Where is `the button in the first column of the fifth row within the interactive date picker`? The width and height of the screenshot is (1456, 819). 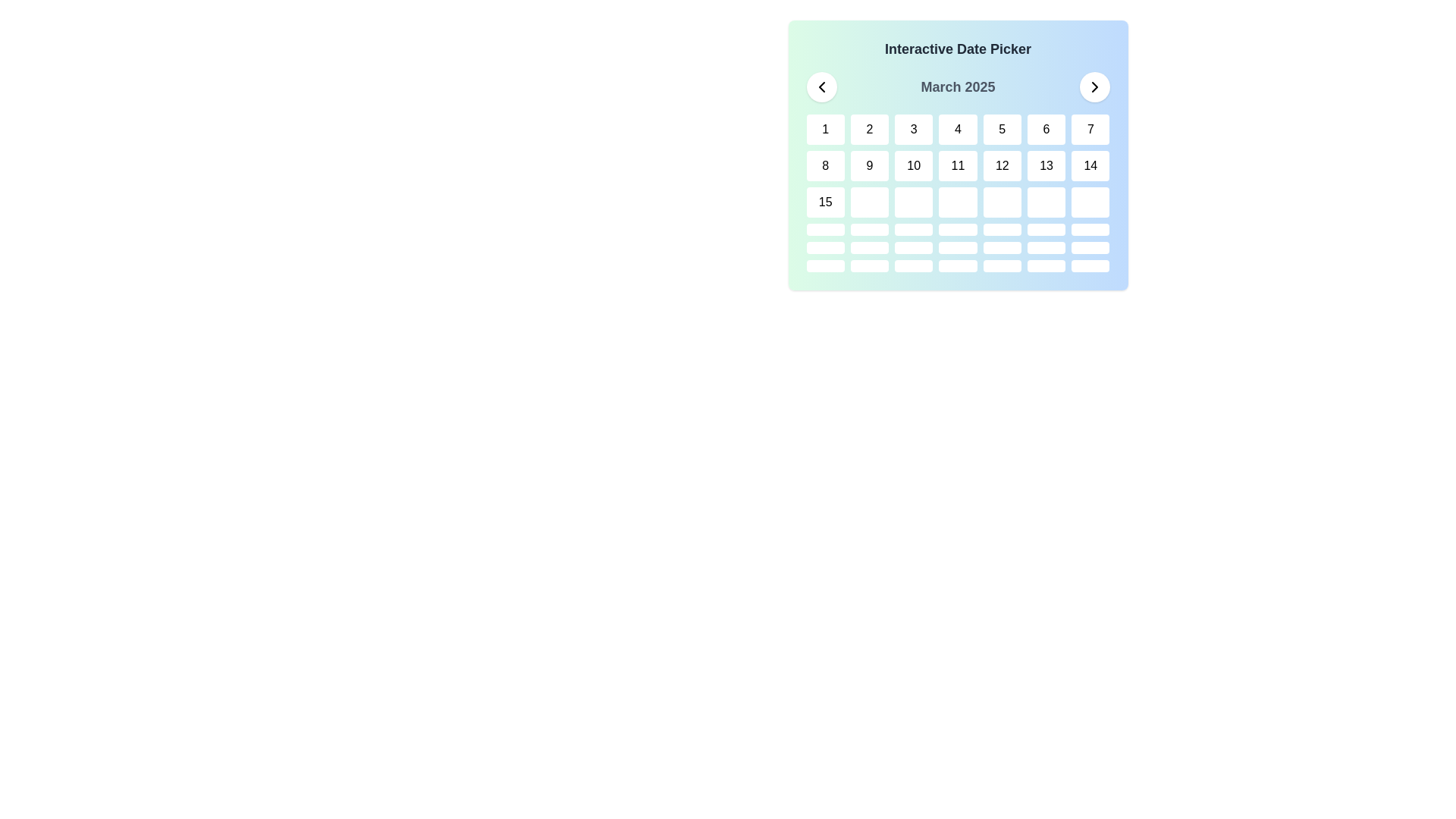 the button in the first column of the fifth row within the interactive date picker is located at coordinates (824, 230).